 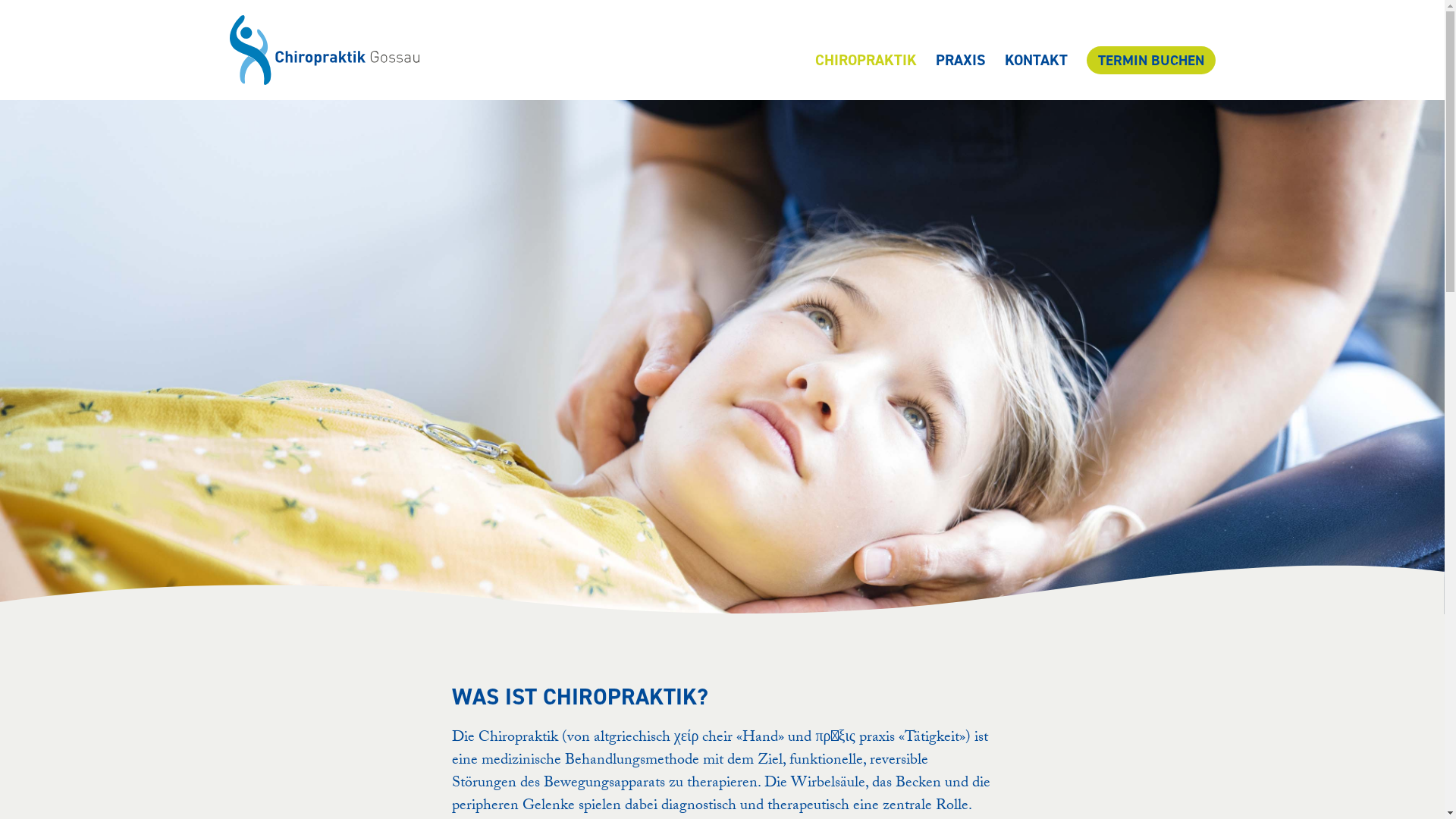 What do you see at coordinates (1034, 58) in the screenshot?
I see `'KONTAKT'` at bounding box center [1034, 58].